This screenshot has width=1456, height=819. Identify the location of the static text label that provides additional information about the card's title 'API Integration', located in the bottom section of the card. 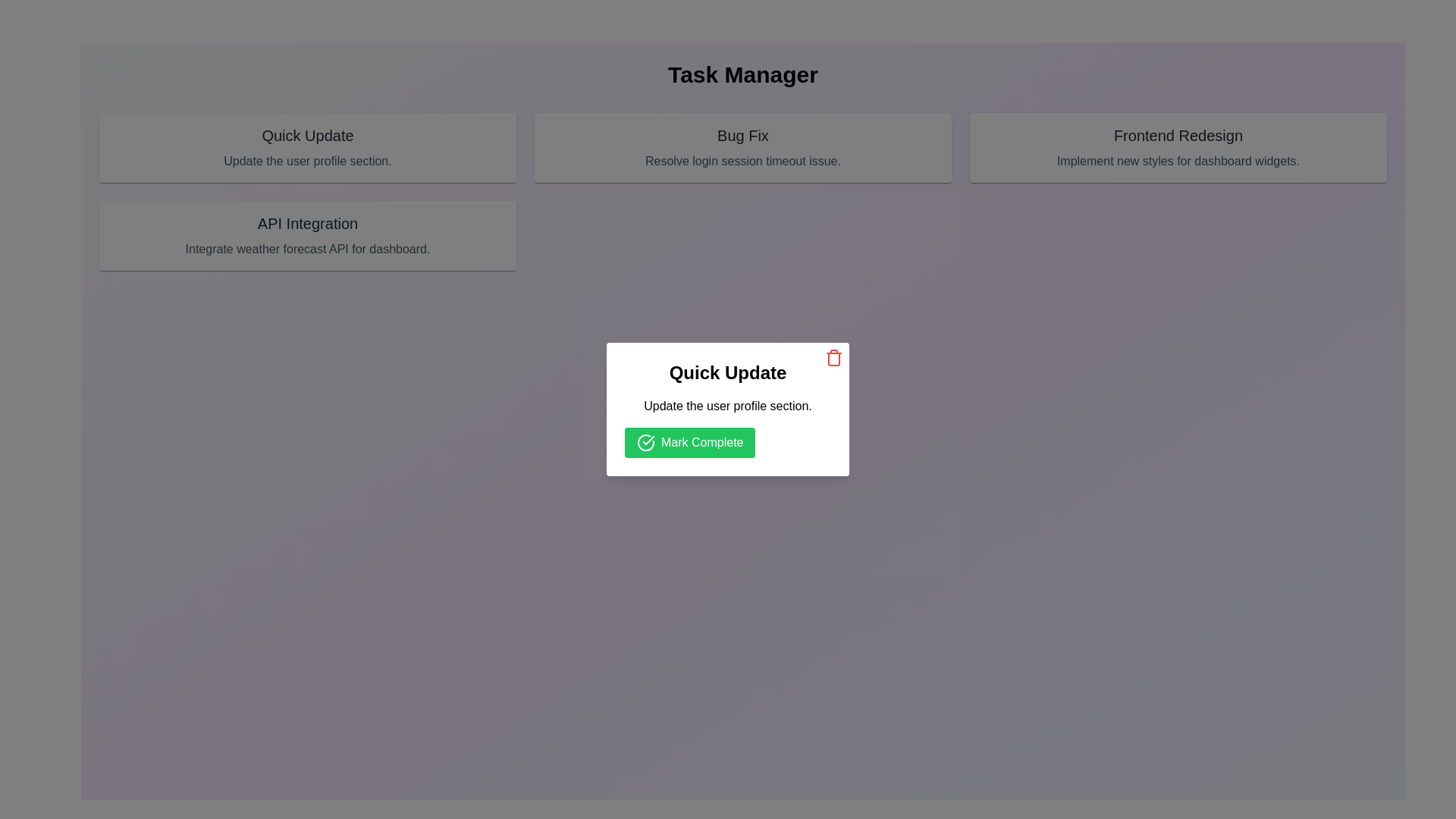
(307, 248).